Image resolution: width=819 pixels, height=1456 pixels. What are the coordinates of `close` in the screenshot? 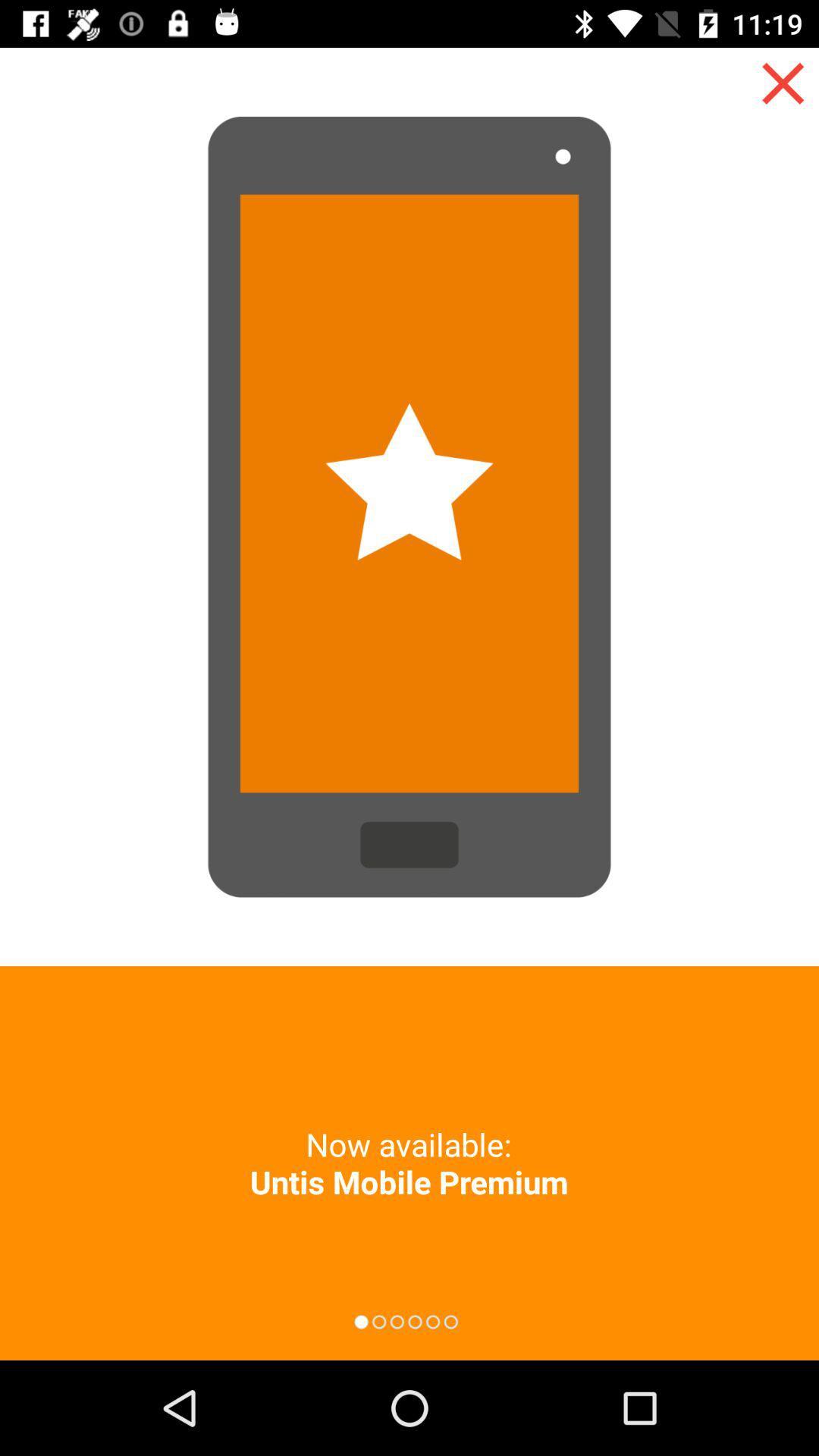 It's located at (783, 83).